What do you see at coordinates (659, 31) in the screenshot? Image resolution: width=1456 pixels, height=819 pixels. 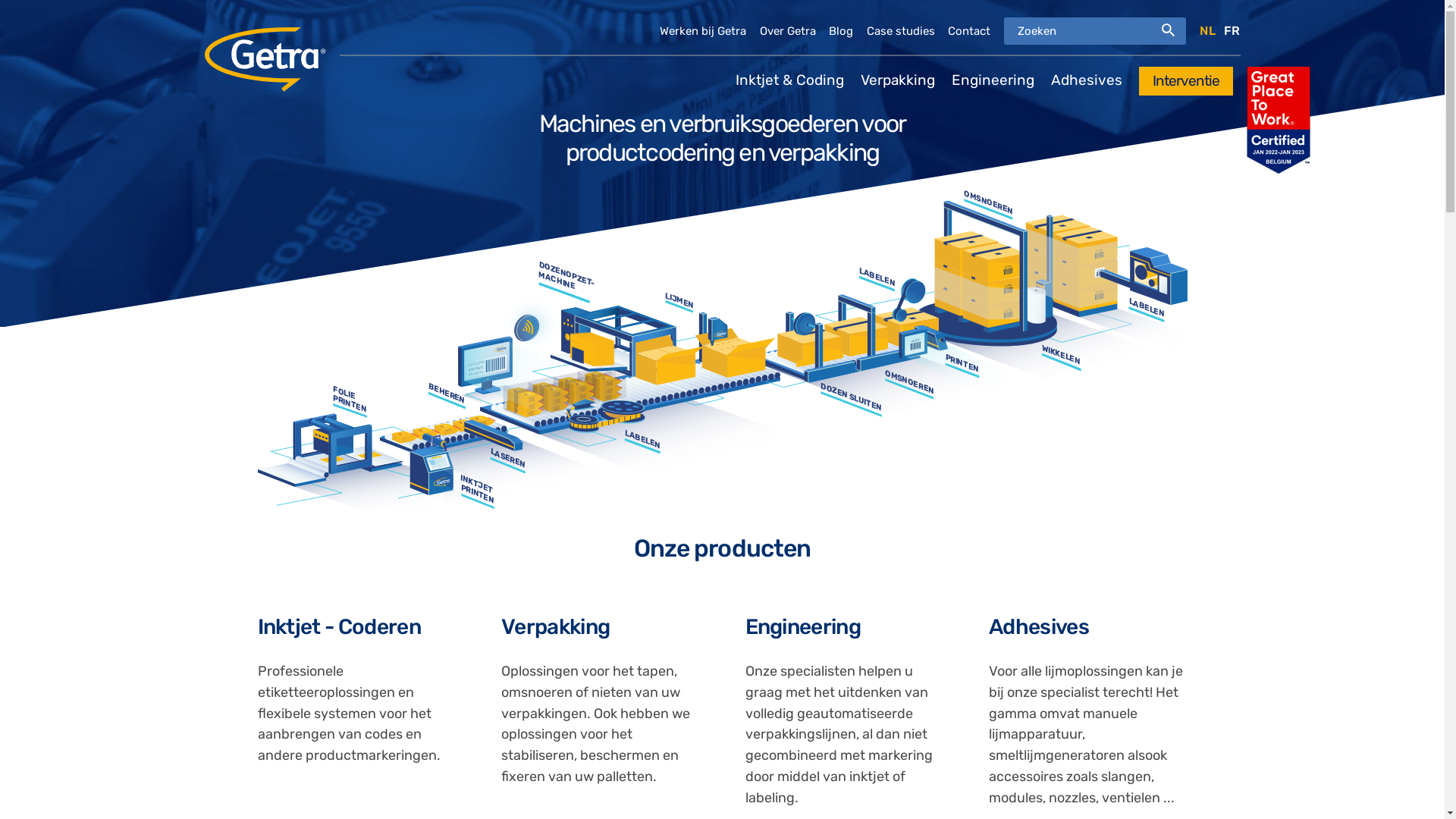 I see `'Werken bij Getra'` at bounding box center [659, 31].